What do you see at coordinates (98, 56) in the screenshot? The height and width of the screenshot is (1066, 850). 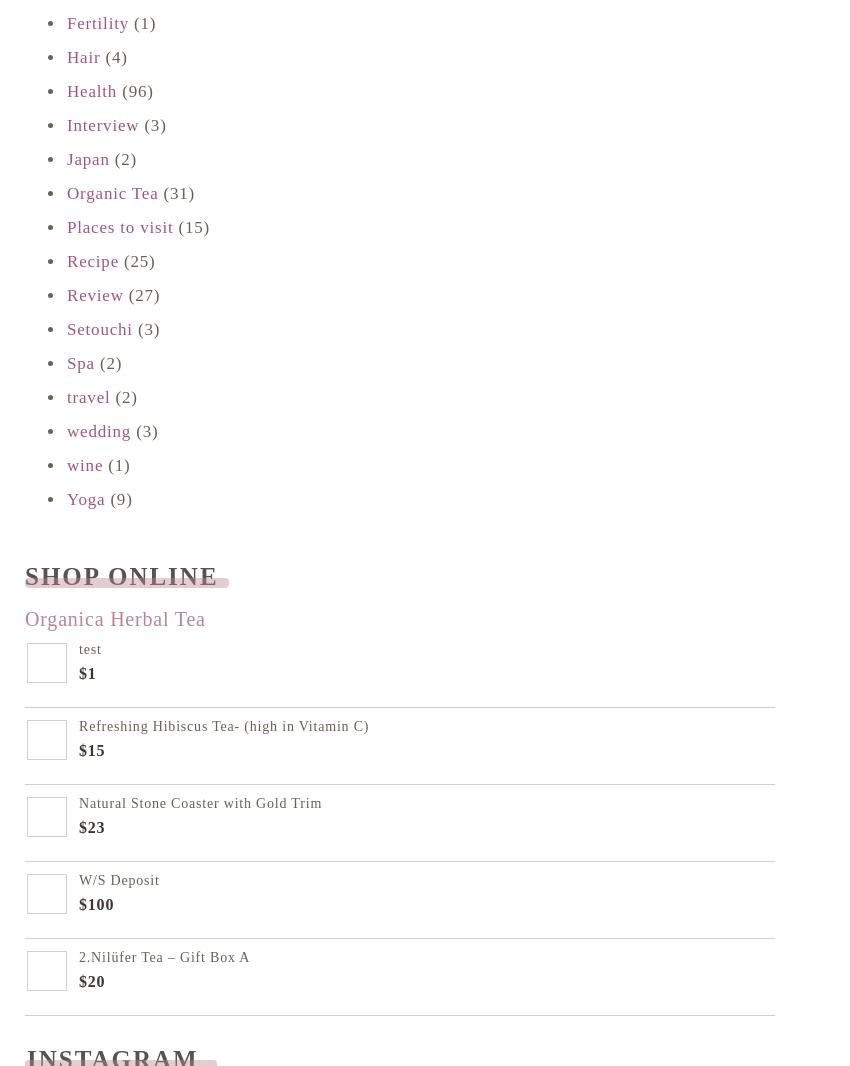 I see `'(4)'` at bounding box center [98, 56].